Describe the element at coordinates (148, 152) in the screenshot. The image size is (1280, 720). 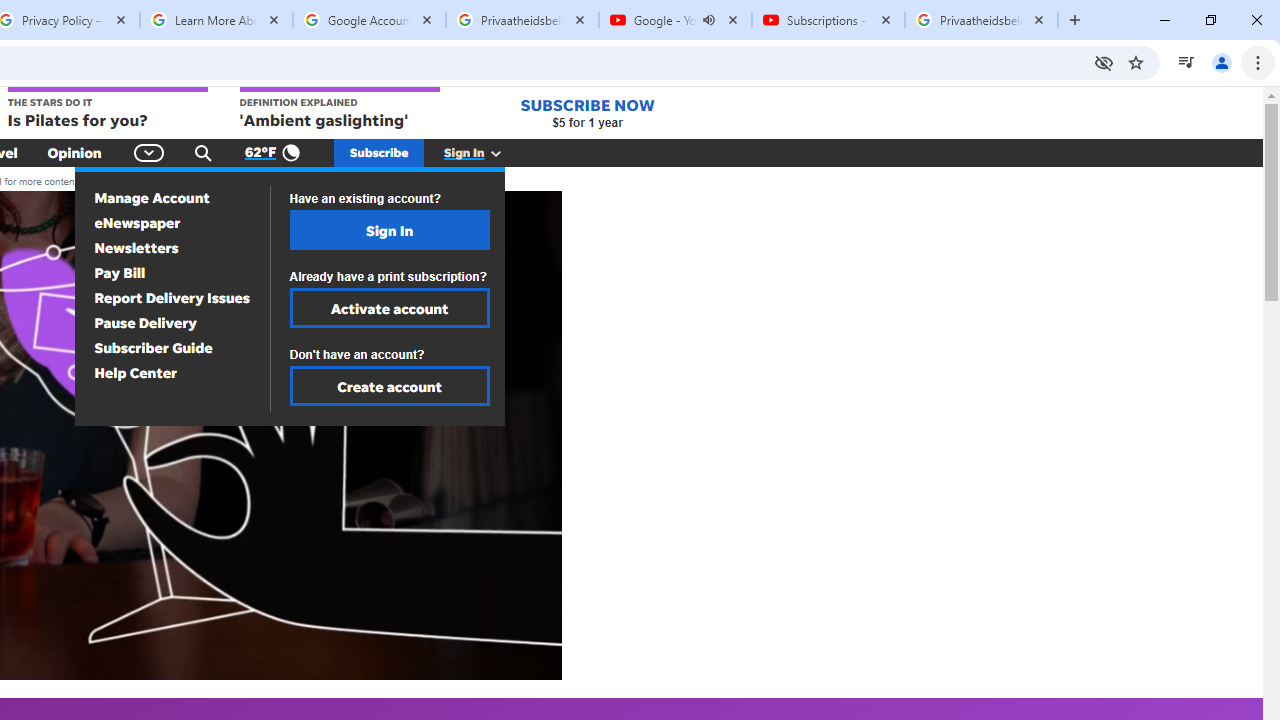
I see `'Global Navigation'` at that location.